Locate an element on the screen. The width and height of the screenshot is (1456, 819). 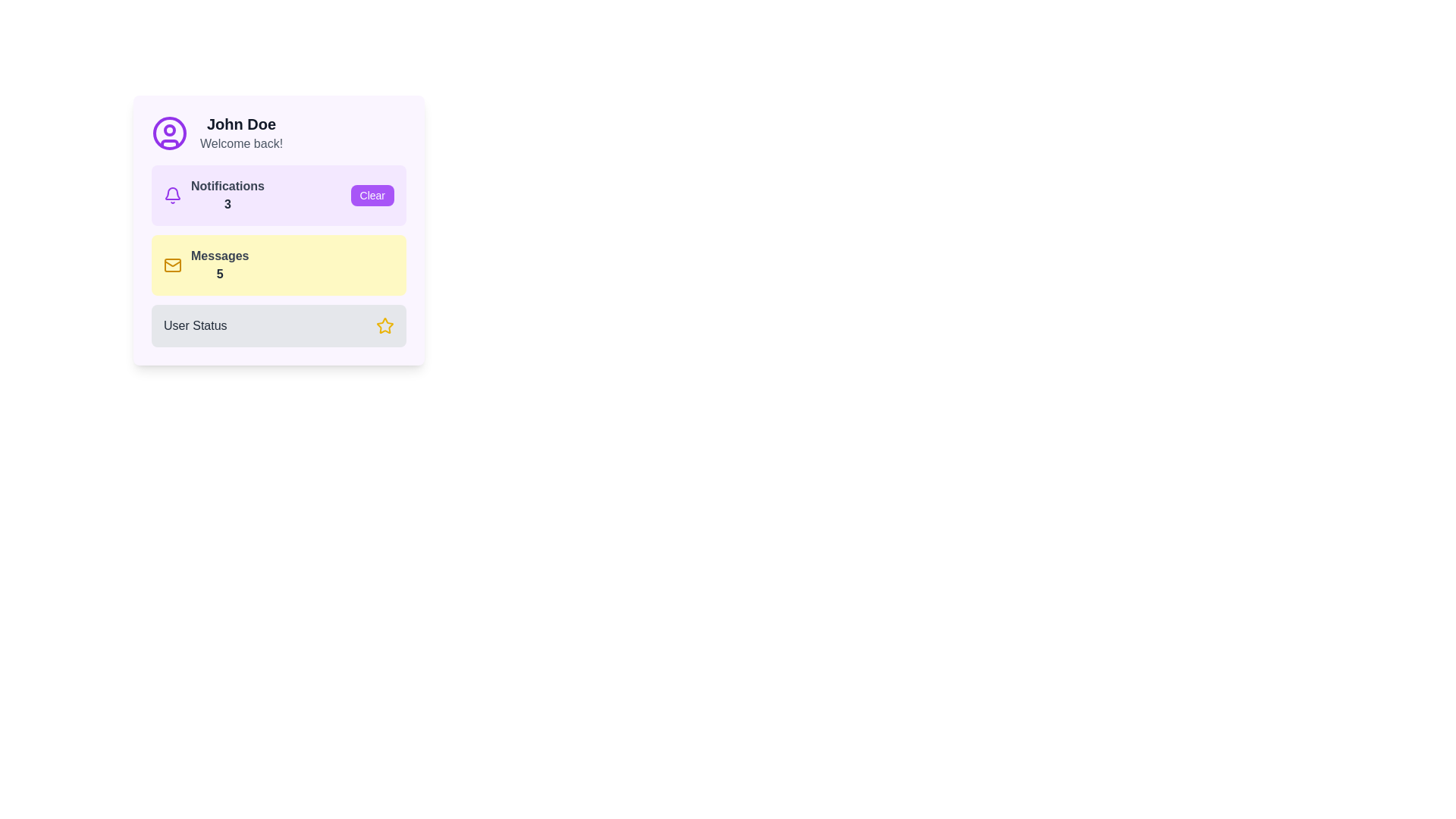
text content displaying the label 'Messages' and the number of messages '5', located in the middle section of the UI to the right of a yellow mail icon is located at coordinates (219, 265).